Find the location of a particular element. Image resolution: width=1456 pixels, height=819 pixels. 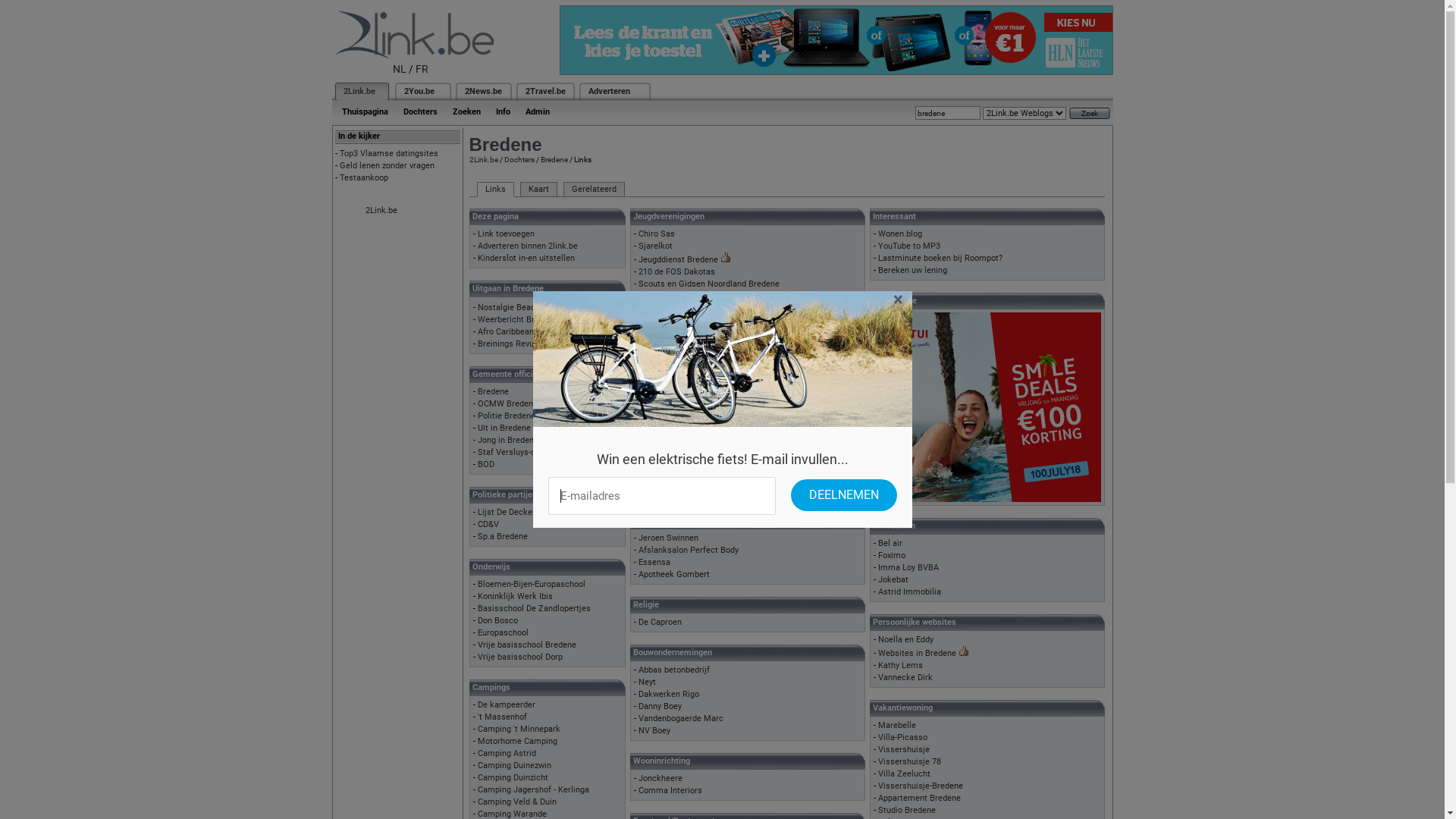

'Chiro Sas' is located at coordinates (656, 234).